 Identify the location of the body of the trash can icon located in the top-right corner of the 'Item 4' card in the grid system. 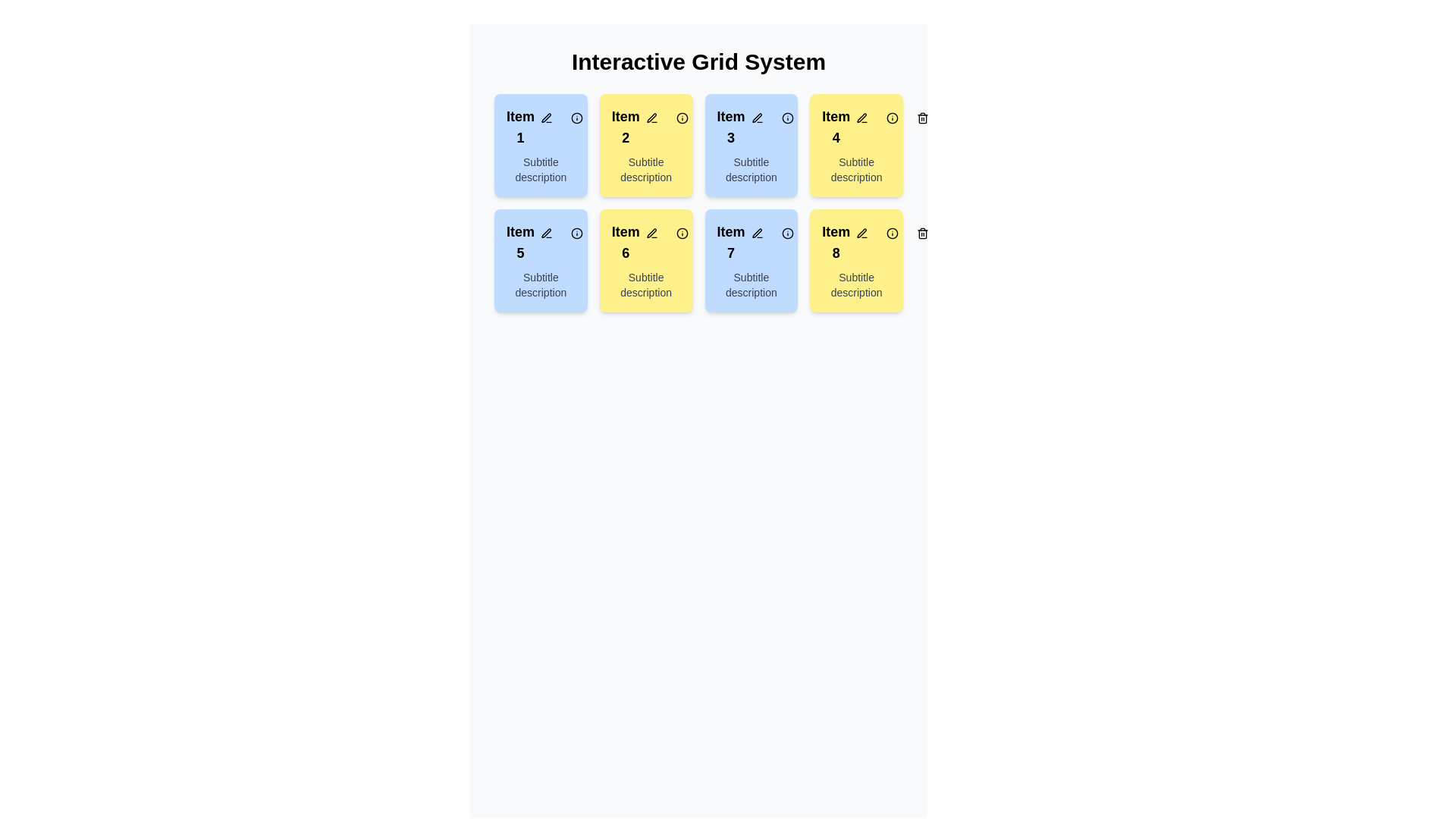
(817, 118).